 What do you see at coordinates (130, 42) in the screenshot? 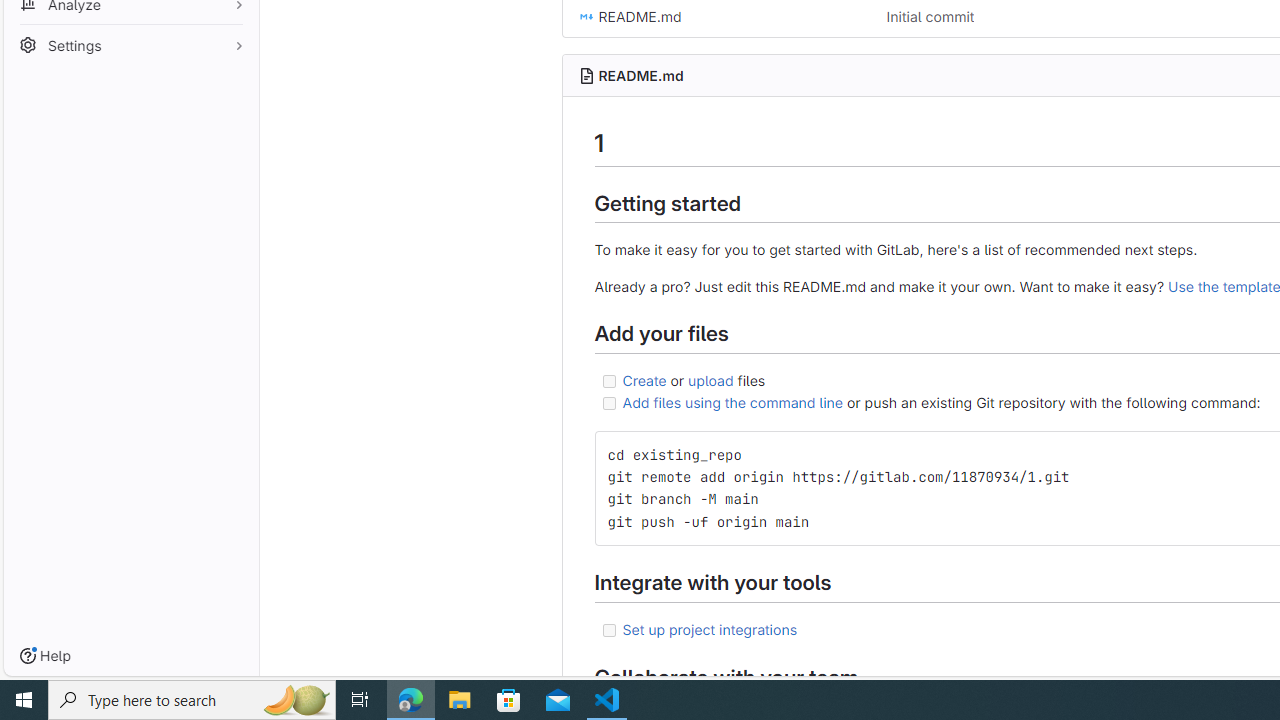
I see `'Settings'` at bounding box center [130, 42].